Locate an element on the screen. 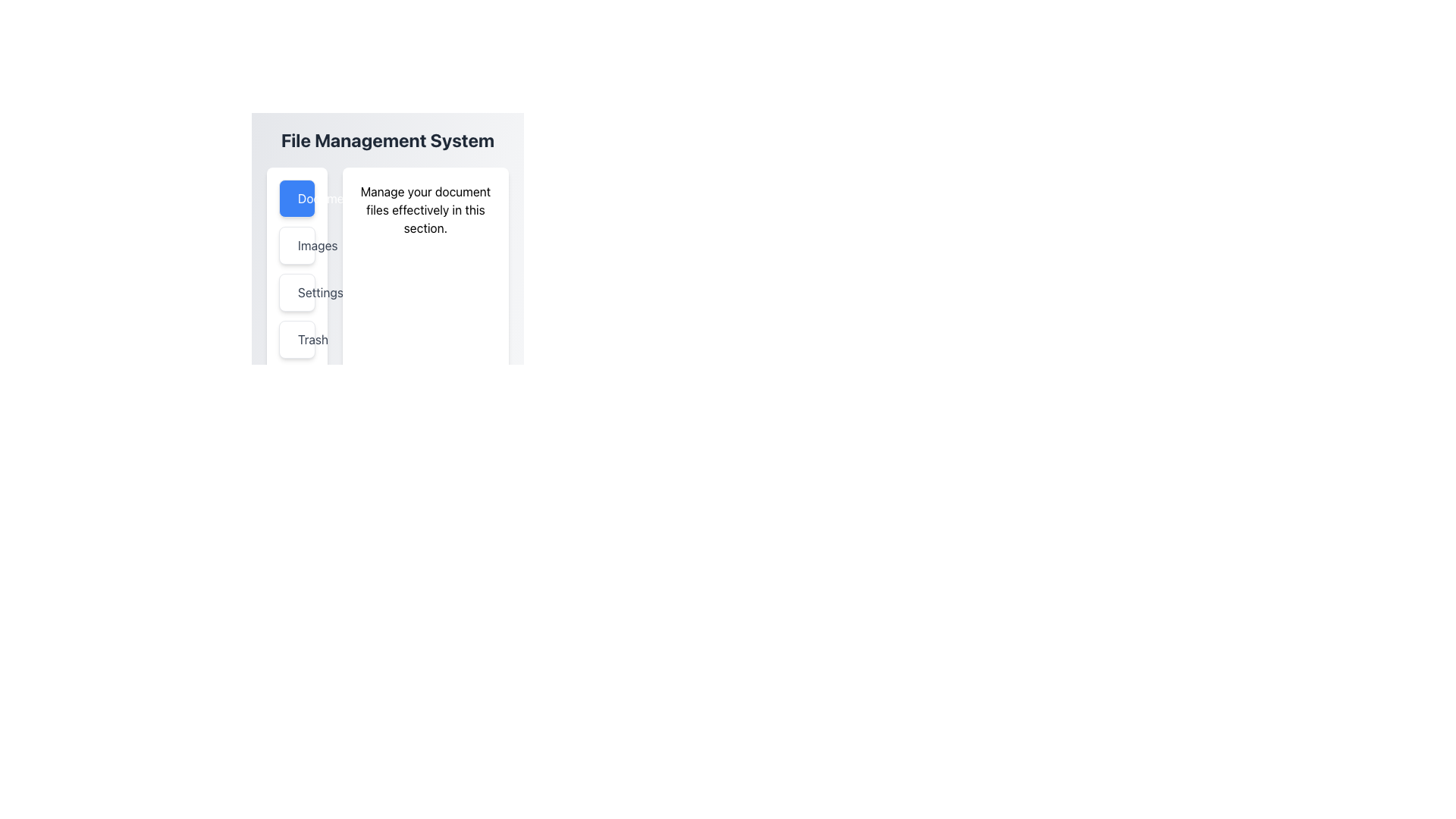  the 'Settings' menu item located within the vertical list of the File Management System is located at coordinates (297, 268).